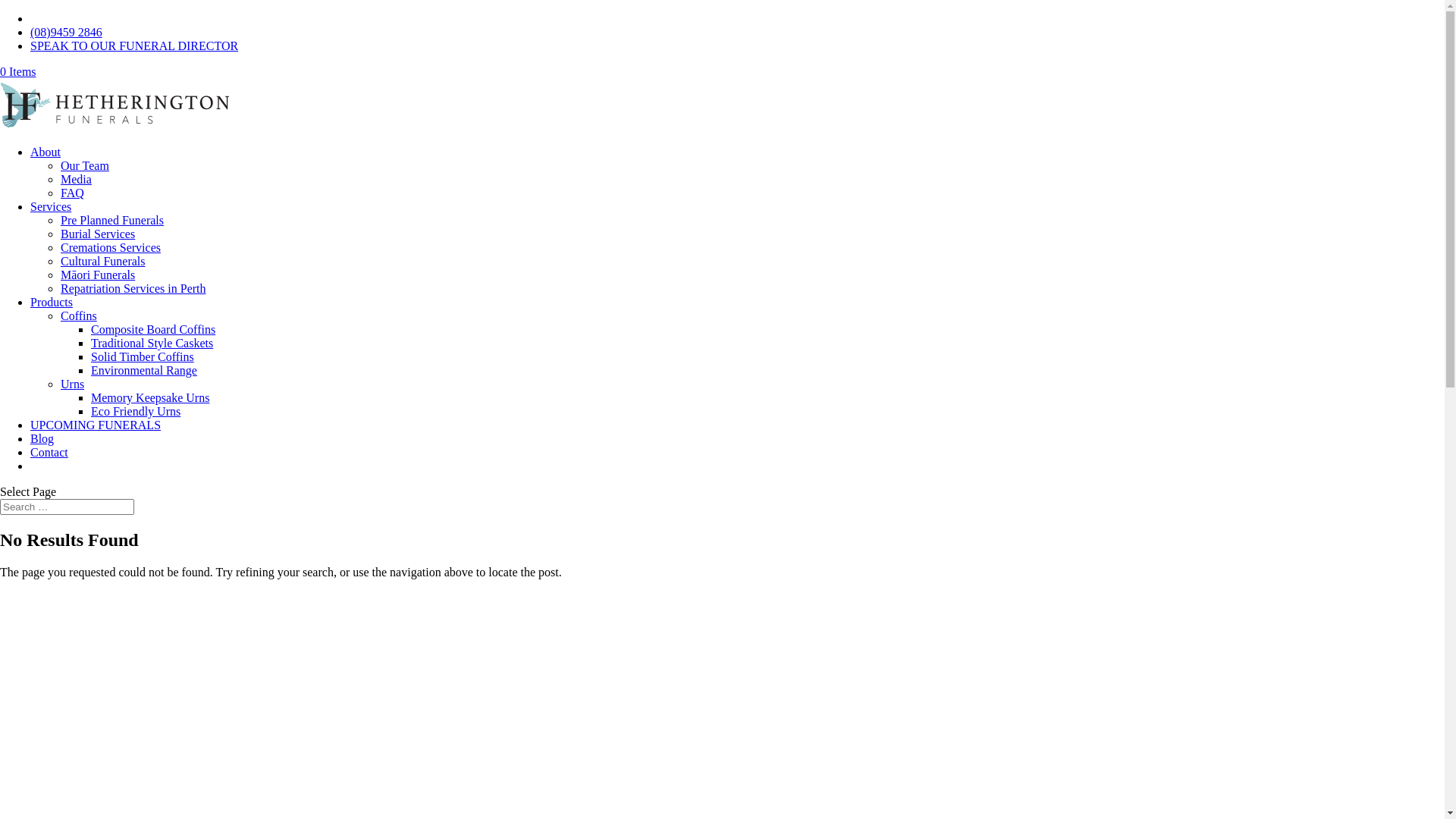  Describe the element at coordinates (111, 220) in the screenshot. I see `'Pre Planned Funerals'` at that location.